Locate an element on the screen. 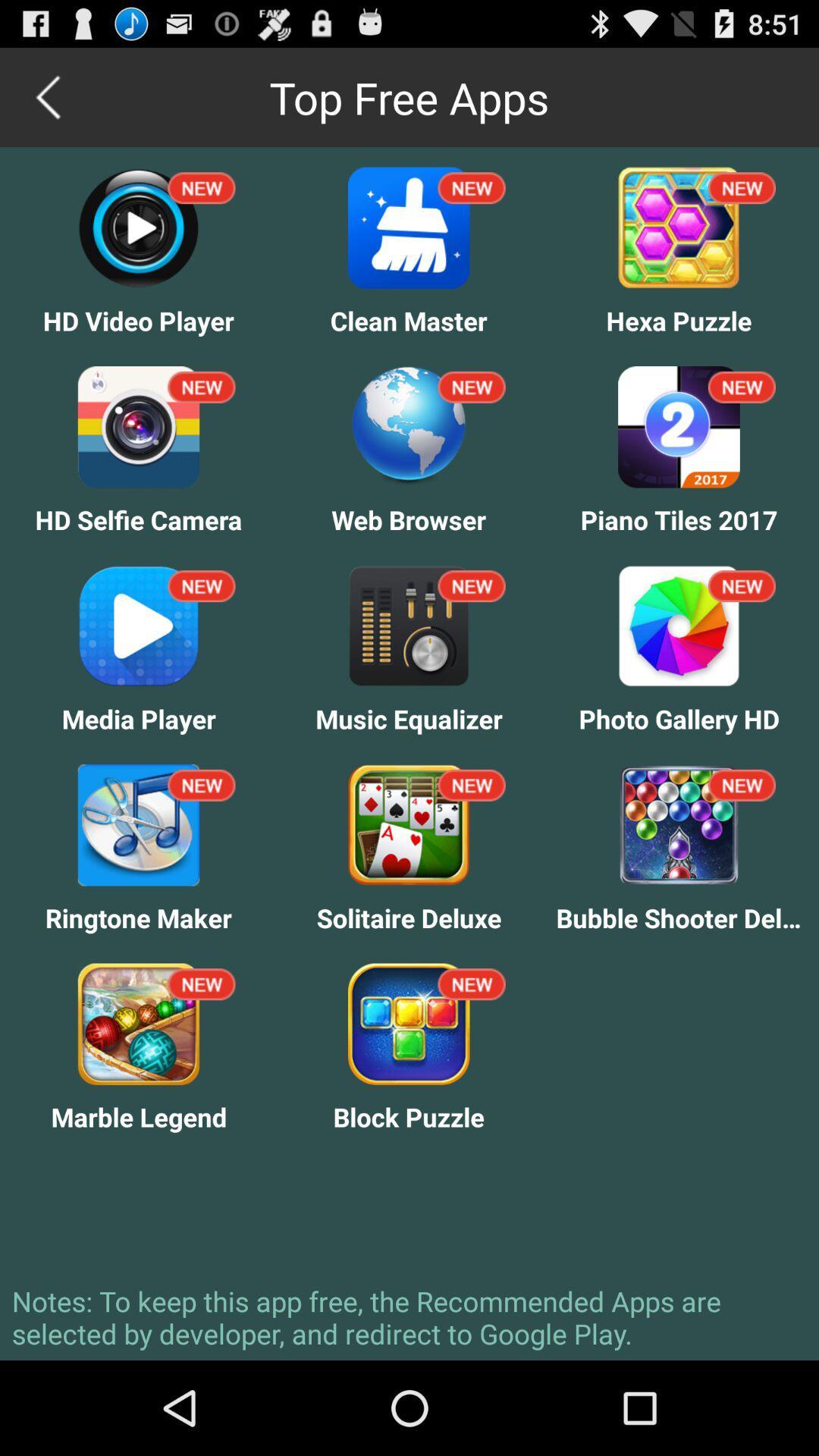  the arrow_backward icon is located at coordinates (49, 103).